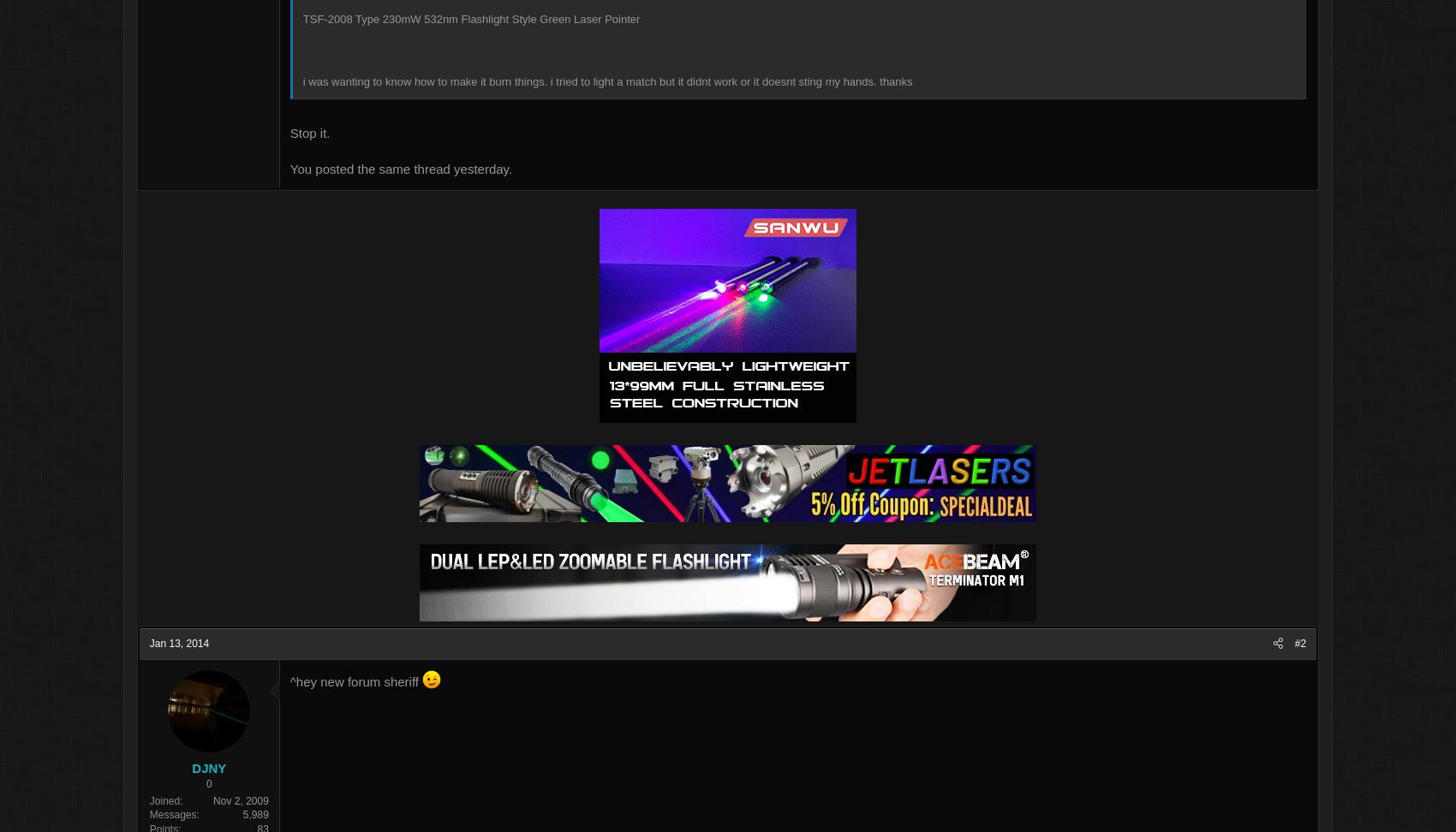  Describe the element at coordinates (382, 682) in the screenshot. I see `'^hey new forum sheriff'` at that location.